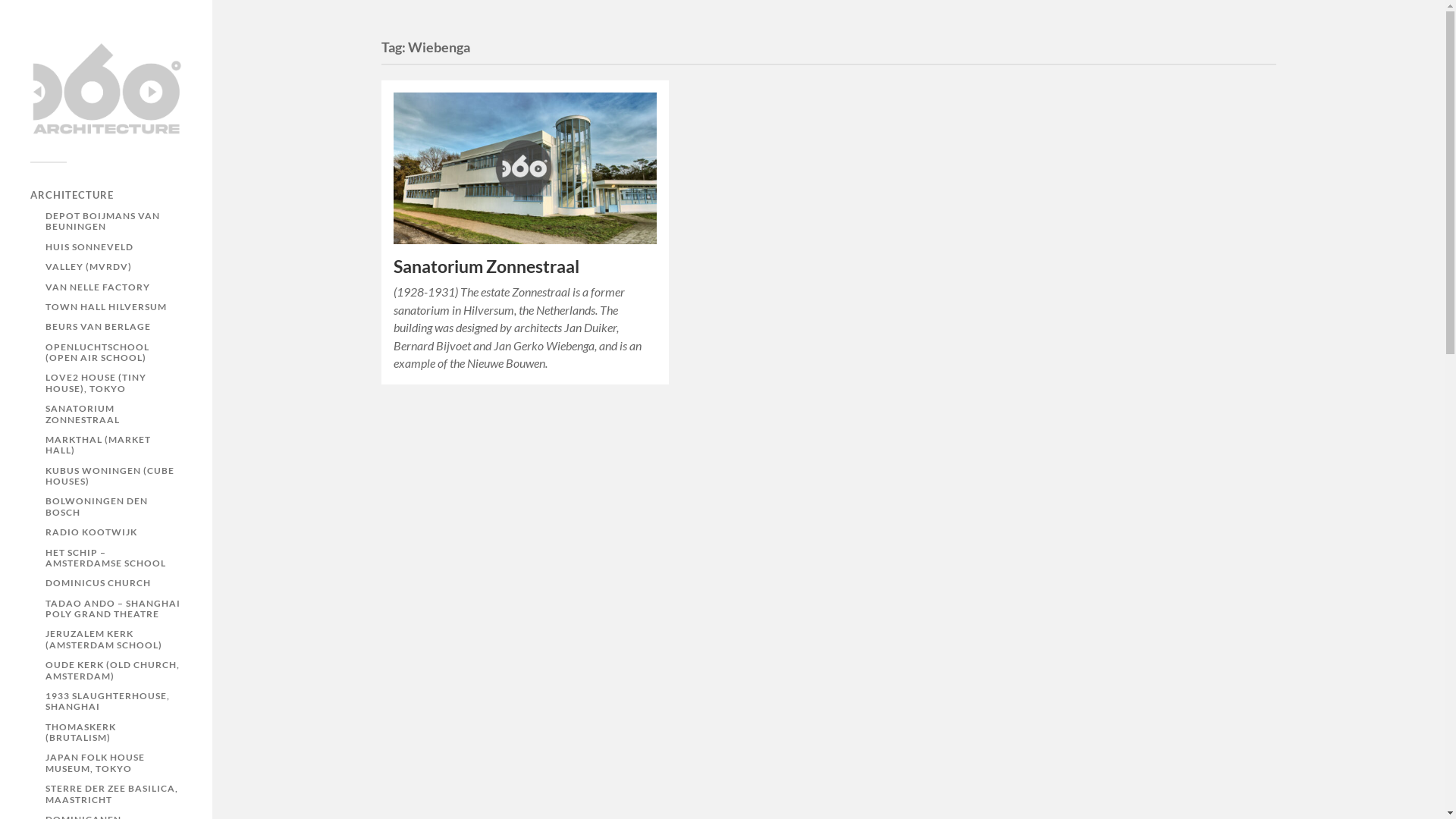  What do you see at coordinates (45, 792) in the screenshot?
I see `'STERRE DER ZEE BASILICA, MAASTRICHT'` at bounding box center [45, 792].